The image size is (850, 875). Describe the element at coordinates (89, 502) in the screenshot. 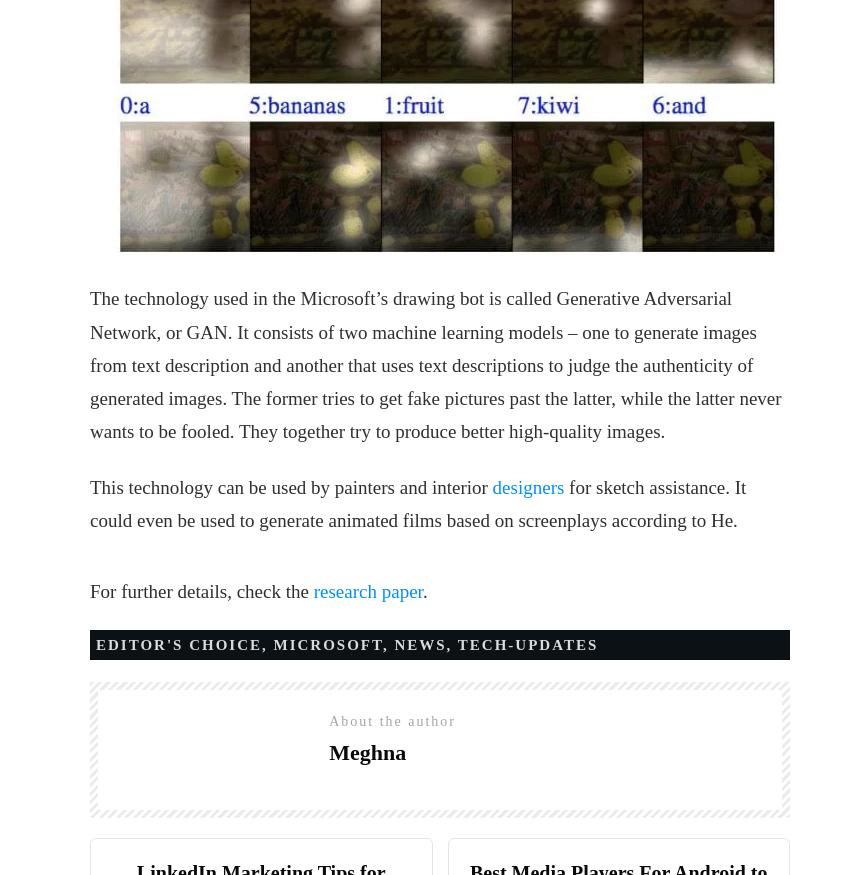

I see `'for sketch assistance. It could even be used to generate animated films based on screenplays according to He.'` at that location.